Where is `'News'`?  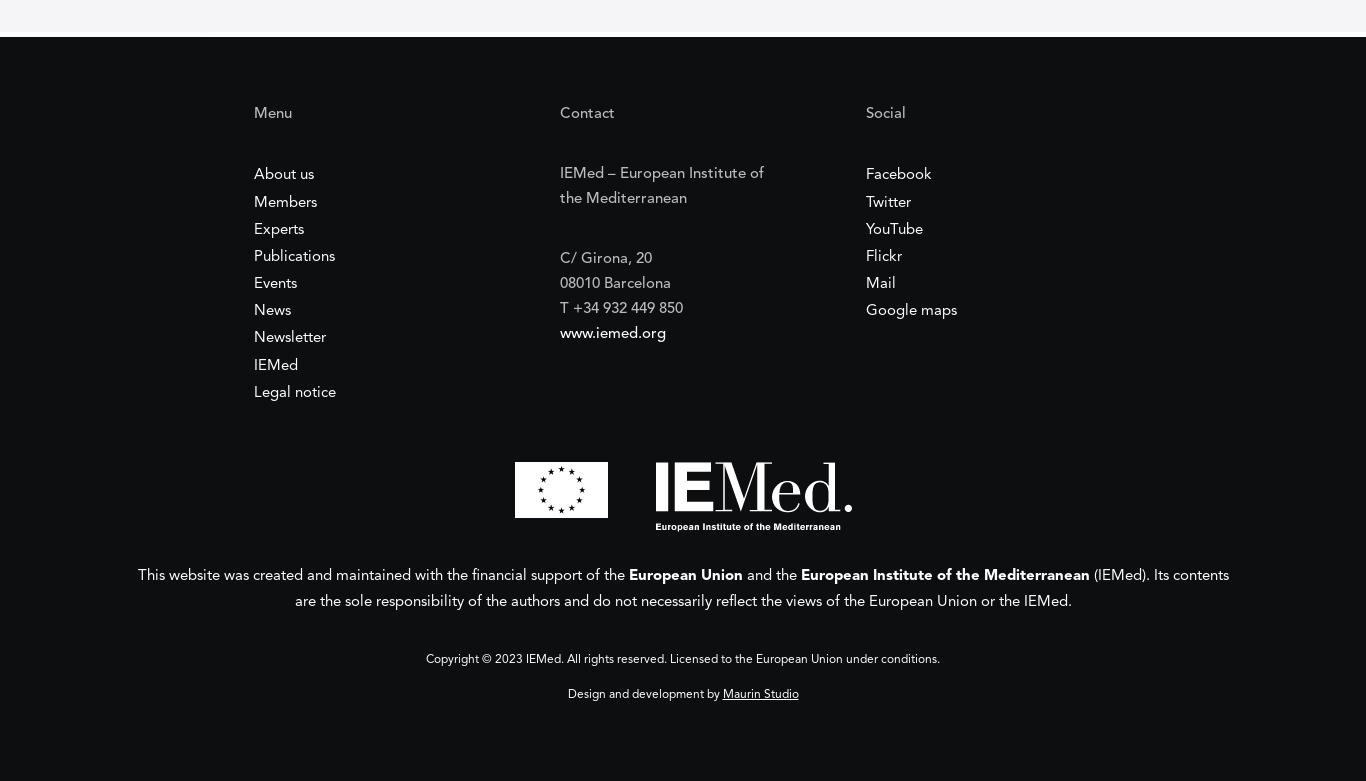 'News' is located at coordinates (271, 311).